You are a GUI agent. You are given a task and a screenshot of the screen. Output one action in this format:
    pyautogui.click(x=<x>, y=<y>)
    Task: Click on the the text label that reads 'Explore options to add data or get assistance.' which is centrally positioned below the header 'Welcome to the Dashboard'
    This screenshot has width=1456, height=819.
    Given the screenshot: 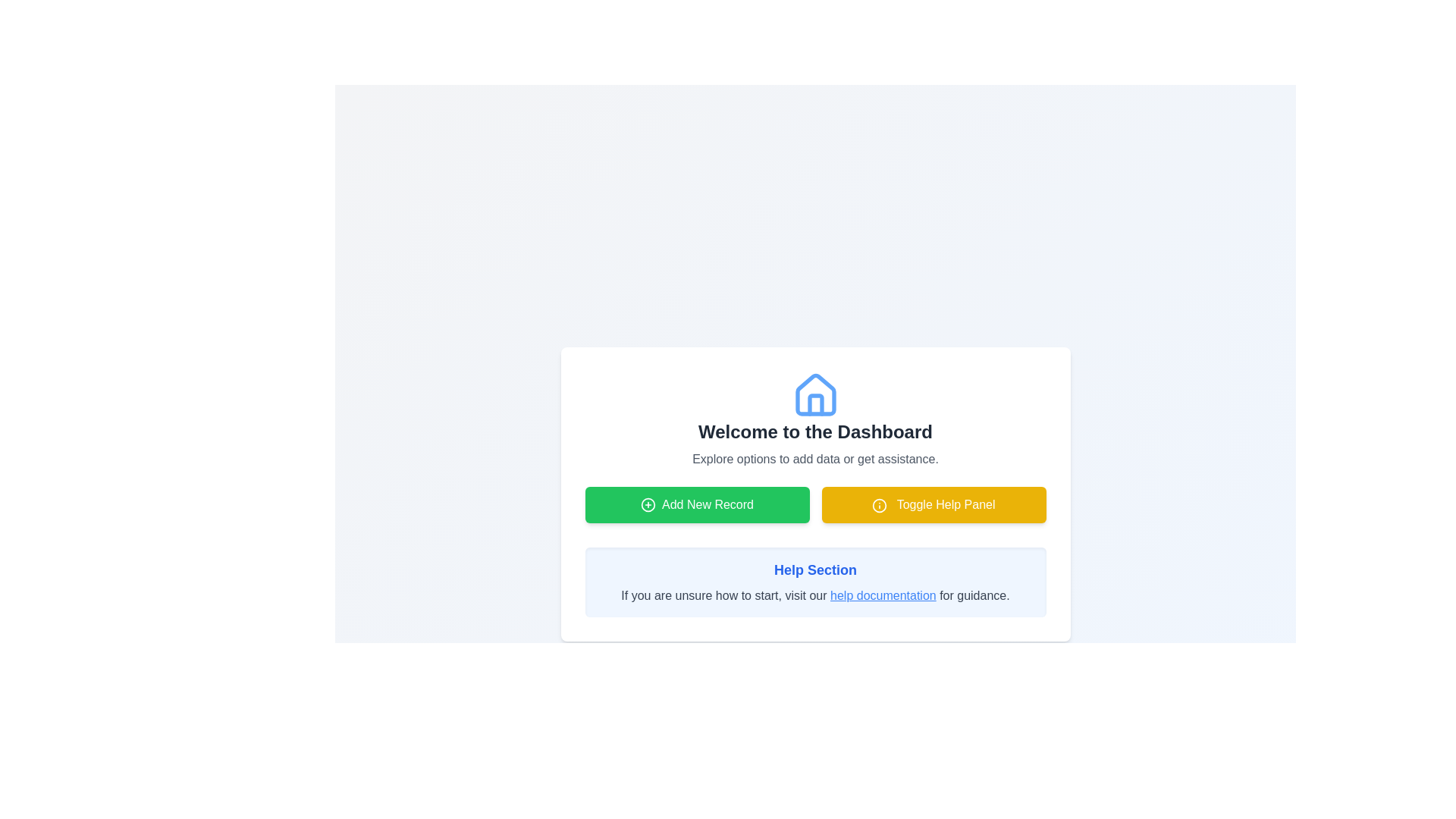 What is the action you would take?
    pyautogui.click(x=814, y=458)
    